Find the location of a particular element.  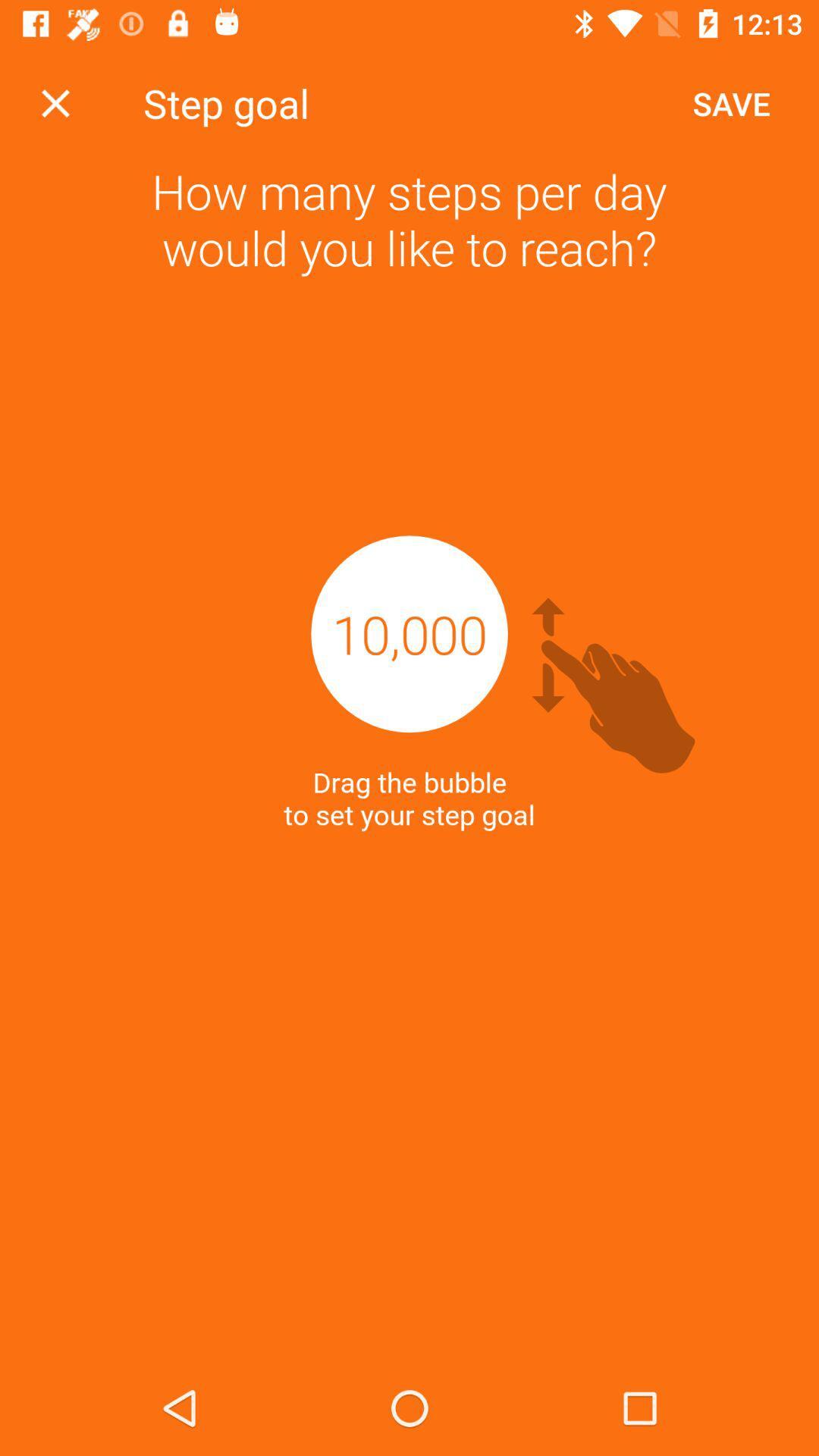

icon next to the step goal icon is located at coordinates (55, 102).